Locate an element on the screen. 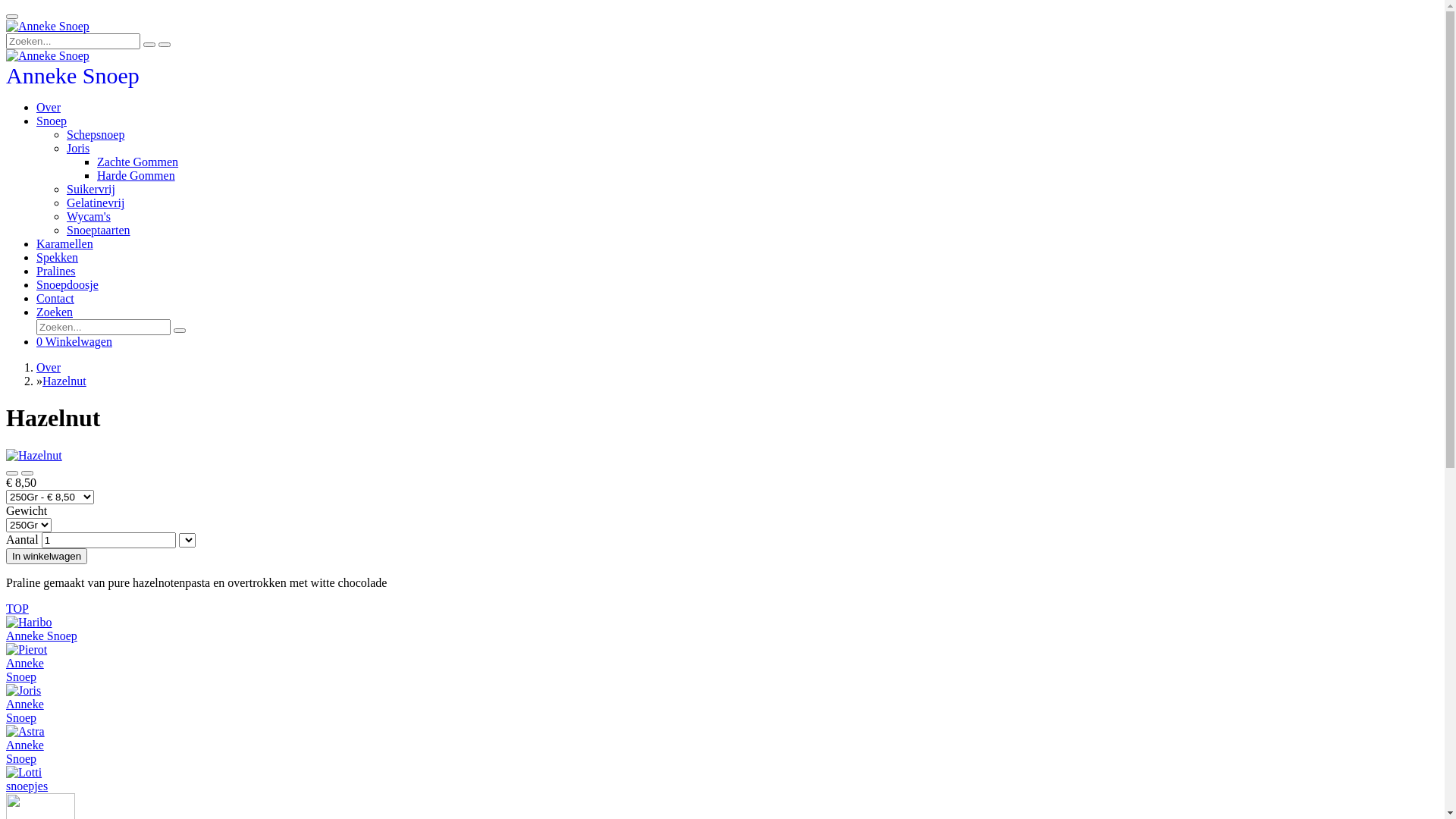 The height and width of the screenshot is (819, 1456). 'Harde Gommen' is located at coordinates (96, 174).